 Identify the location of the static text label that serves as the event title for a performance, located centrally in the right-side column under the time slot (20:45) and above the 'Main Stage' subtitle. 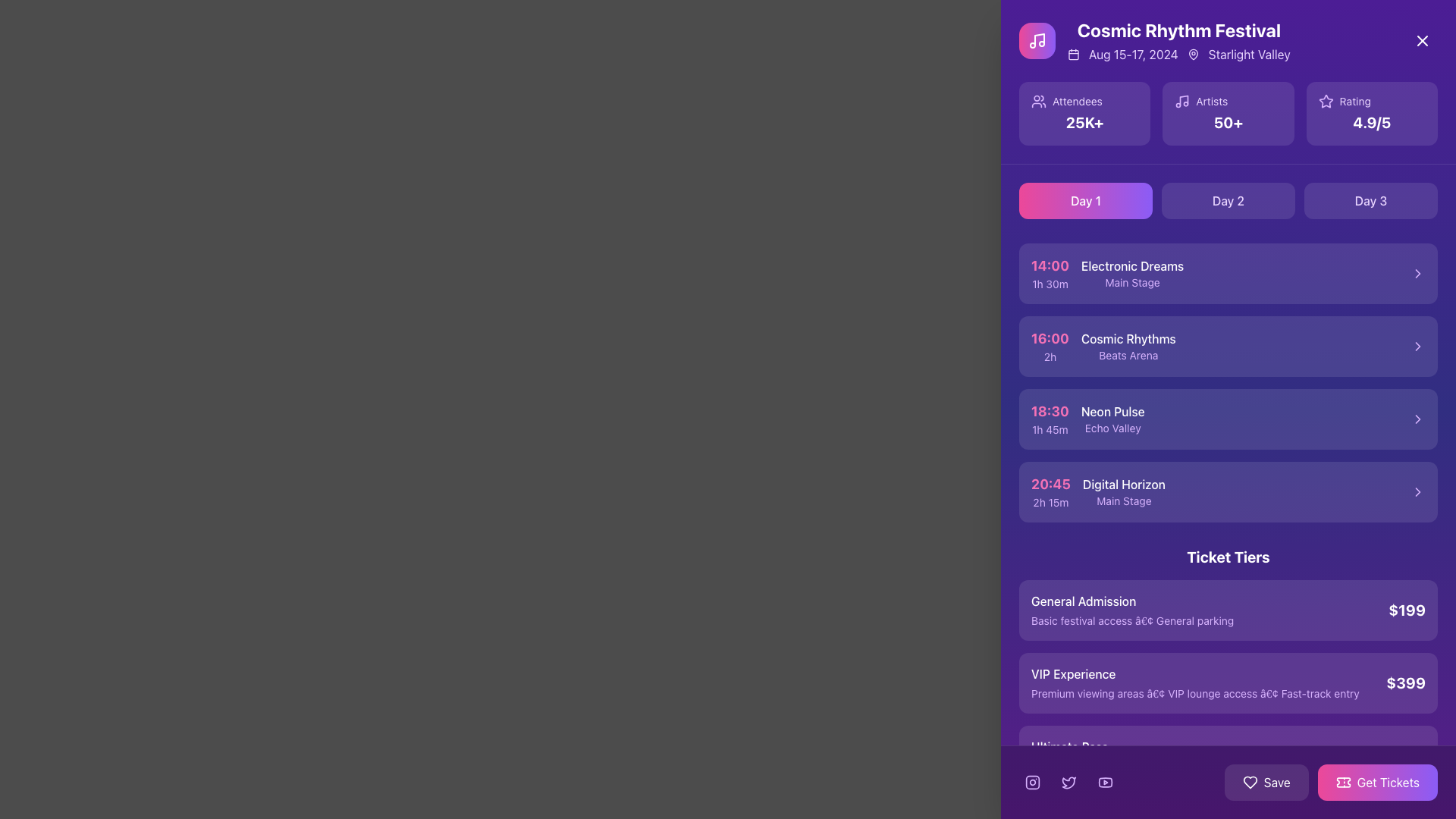
(1124, 485).